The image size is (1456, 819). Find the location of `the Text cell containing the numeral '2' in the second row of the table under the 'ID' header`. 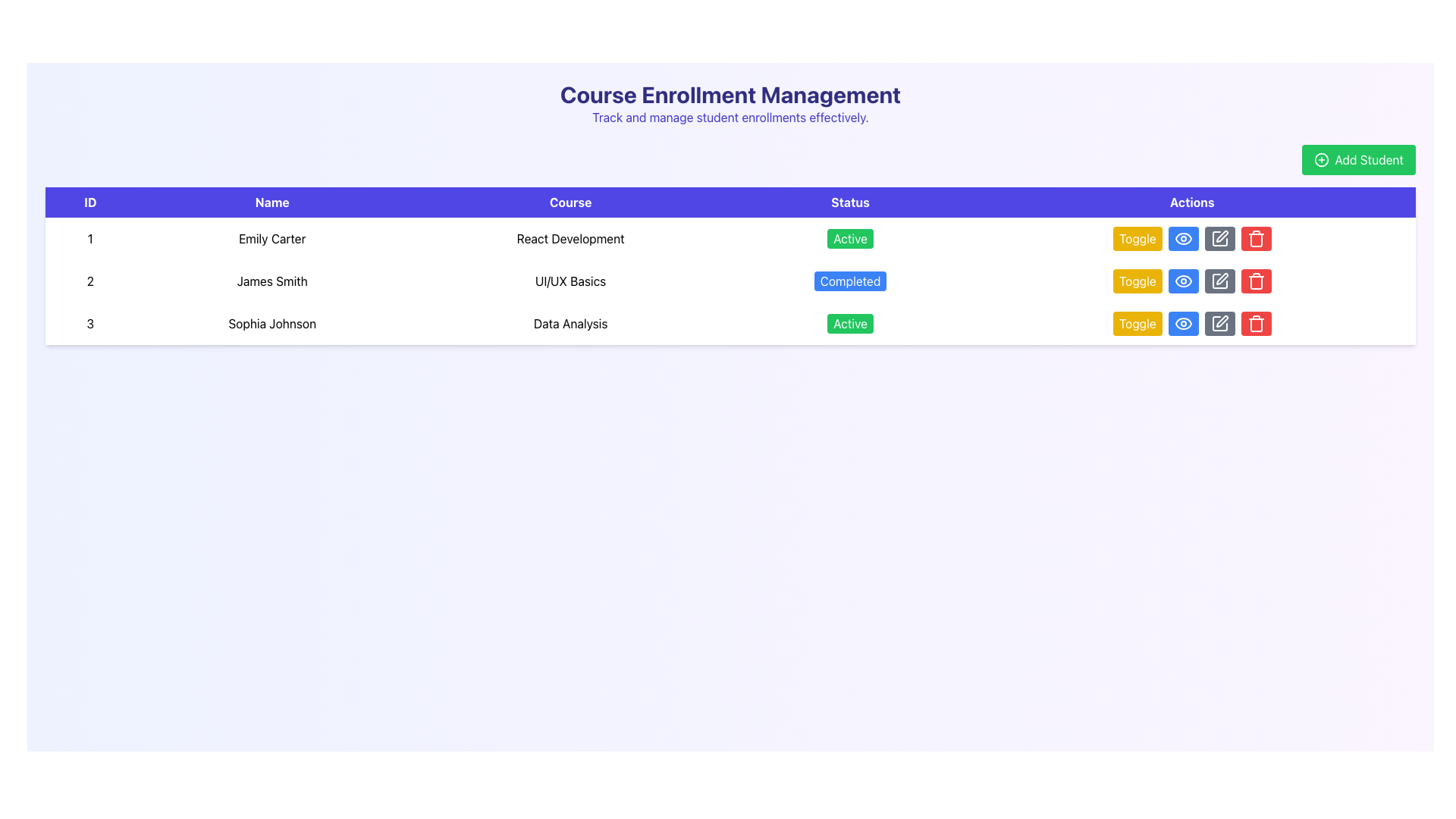

the Text cell containing the numeral '2' in the second row of the table under the 'ID' header is located at coordinates (89, 281).